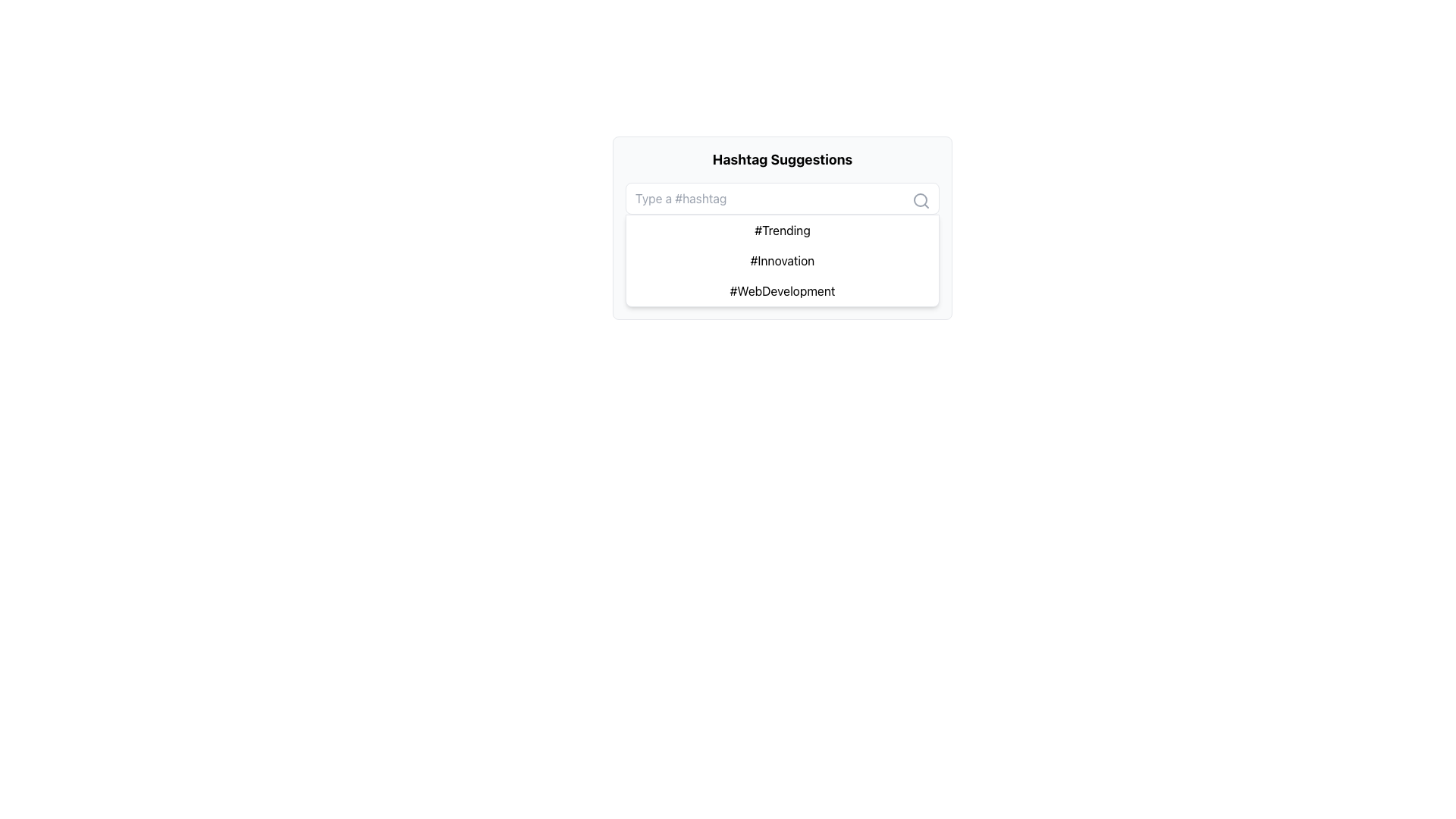  What do you see at coordinates (783, 244) in the screenshot?
I see `the hashtag entry in the suggestion list that appears below the 'Type a #hashtag' input field, specifically the '#Trending' option` at bounding box center [783, 244].